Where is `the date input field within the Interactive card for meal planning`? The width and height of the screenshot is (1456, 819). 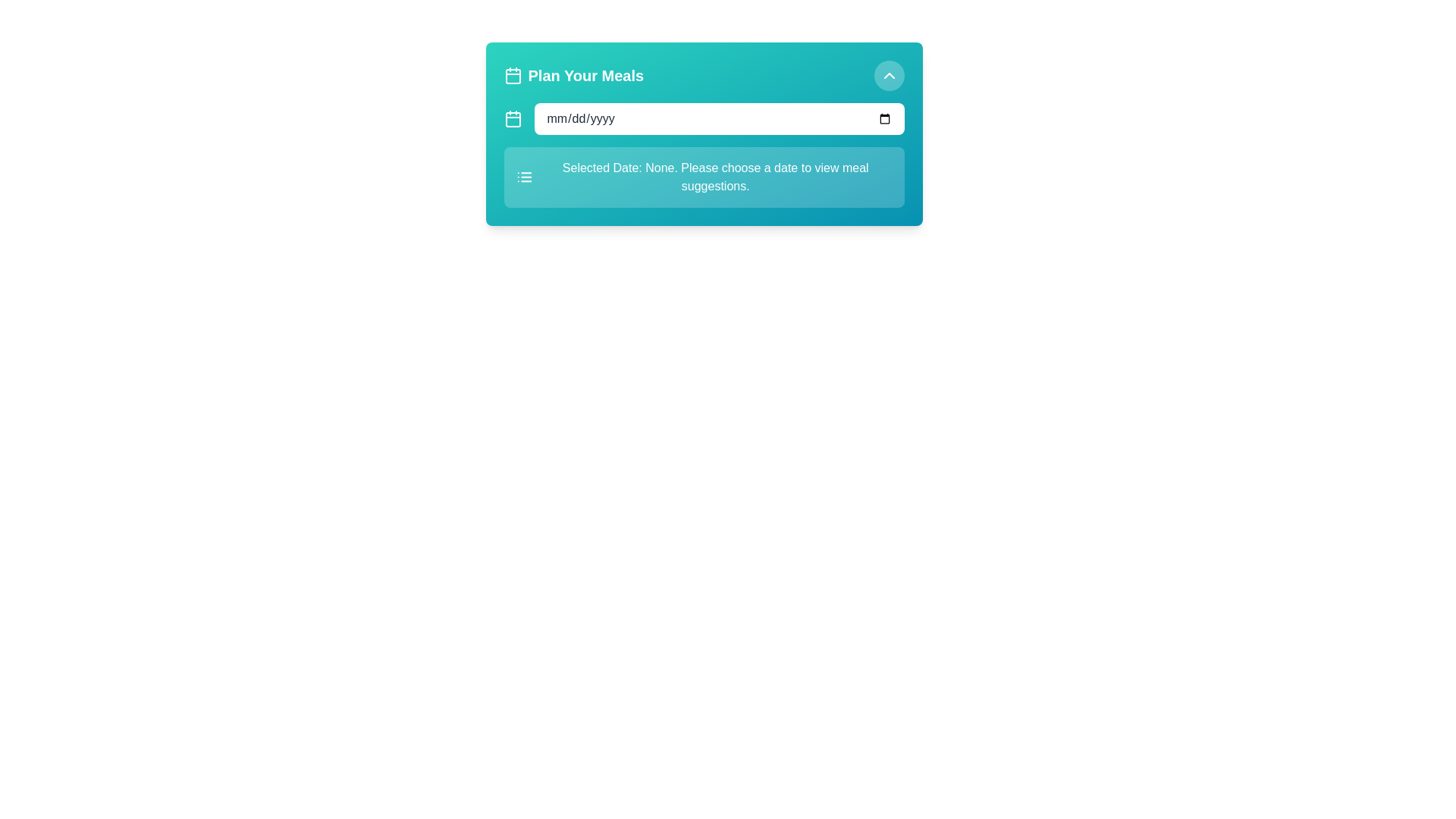 the date input field within the Interactive card for meal planning is located at coordinates (703, 133).